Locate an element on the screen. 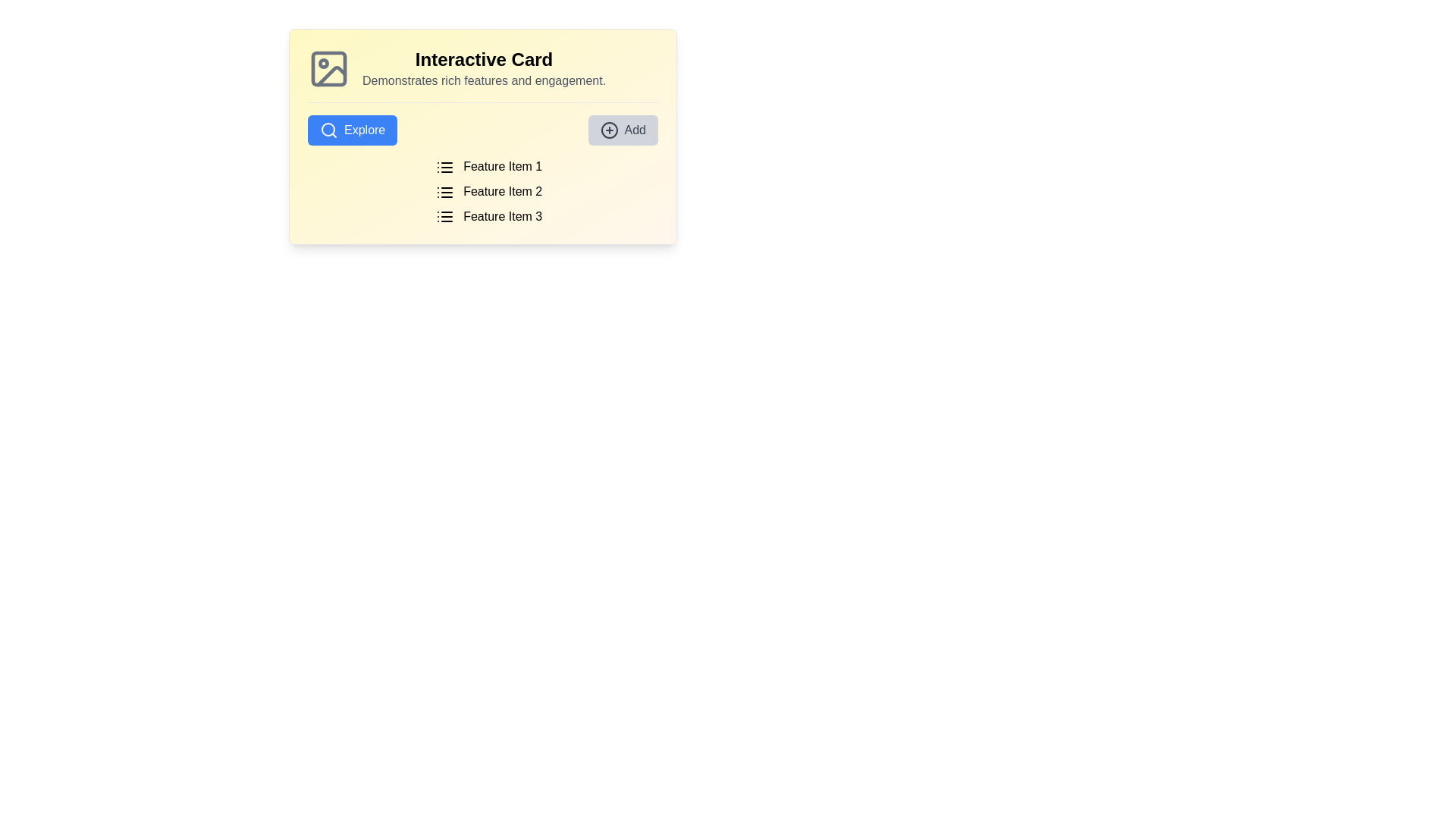 This screenshot has width=1456, height=819. the circular magnifying glass icon located to the left of the 'Explore' text in the blue rectangular button at the header section of the card-like layout is located at coordinates (328, 130).